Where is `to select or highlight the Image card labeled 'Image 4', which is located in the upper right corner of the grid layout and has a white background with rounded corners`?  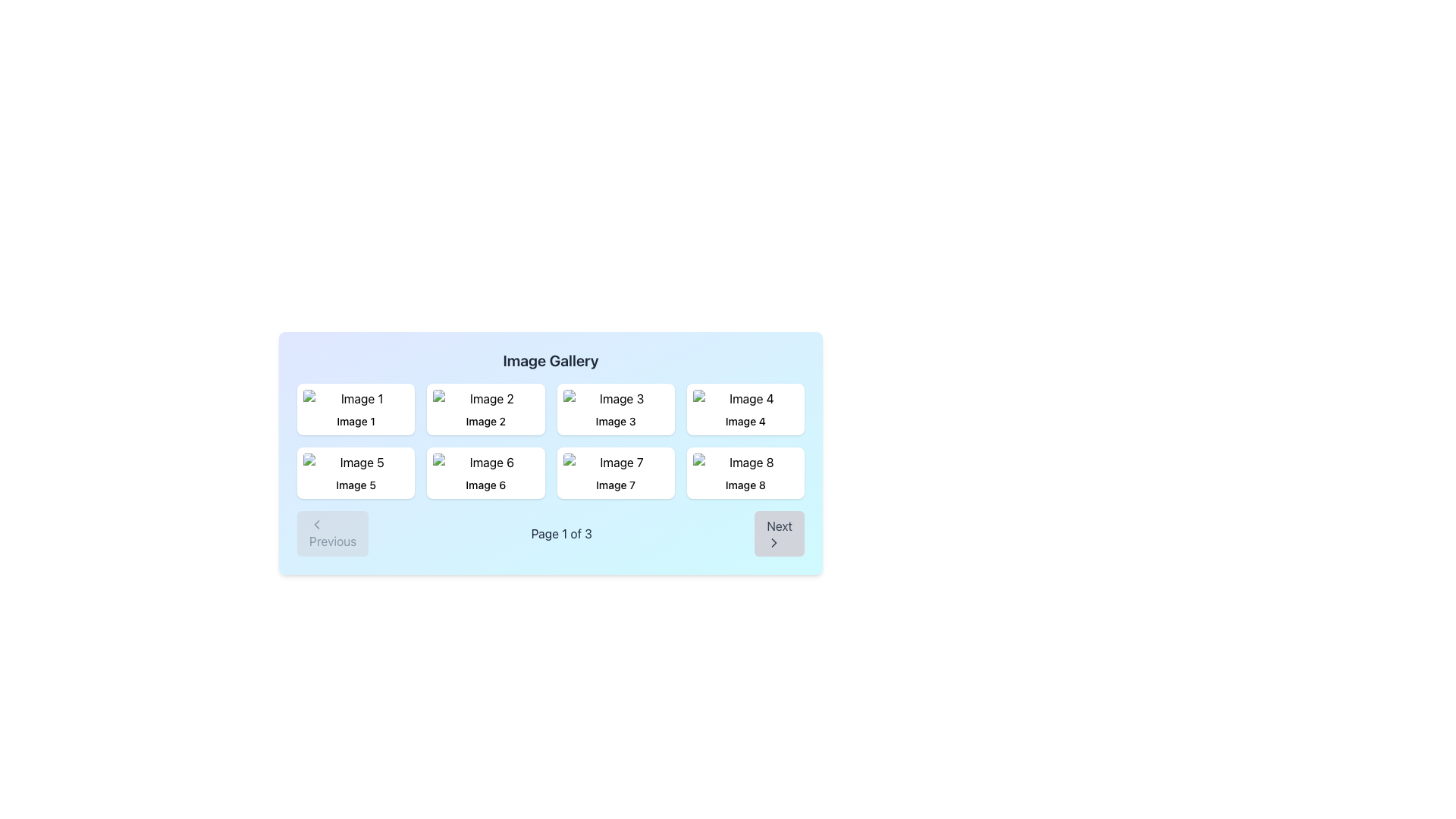 to select or highlight the Image card labeled 'Image 4', which is located in the upper right corner of the grid layout and has a white background with rounded corners is located at coordinates (745, 409).